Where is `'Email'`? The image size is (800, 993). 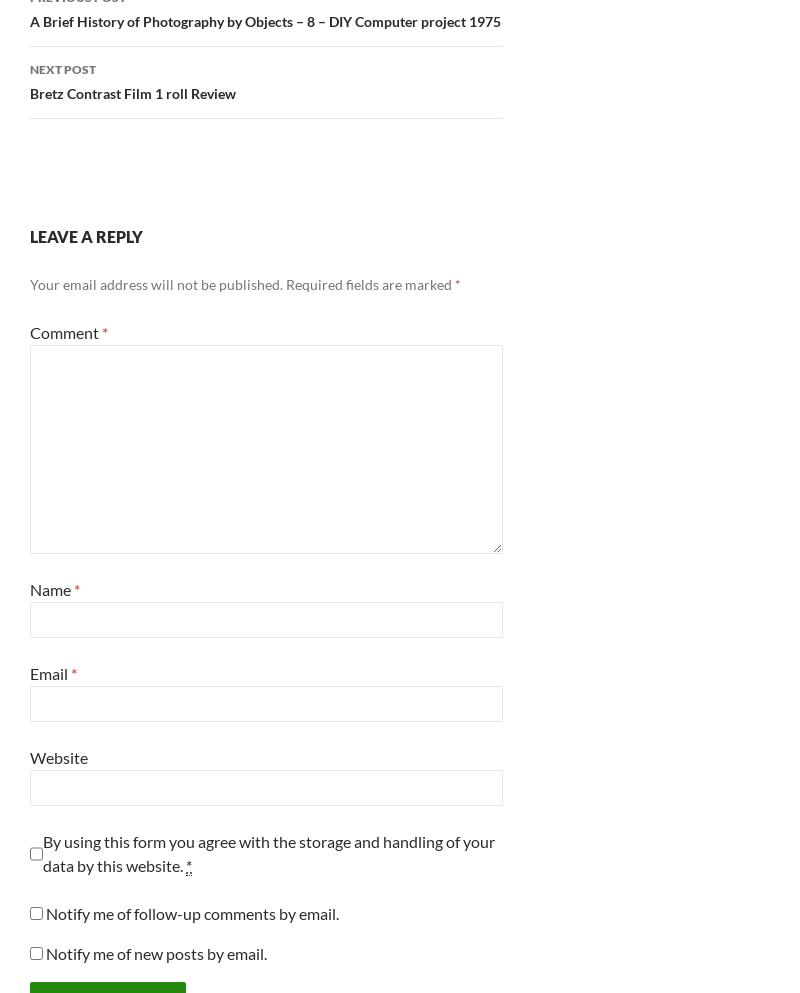 'Email' is located at coordinates (49, 672).